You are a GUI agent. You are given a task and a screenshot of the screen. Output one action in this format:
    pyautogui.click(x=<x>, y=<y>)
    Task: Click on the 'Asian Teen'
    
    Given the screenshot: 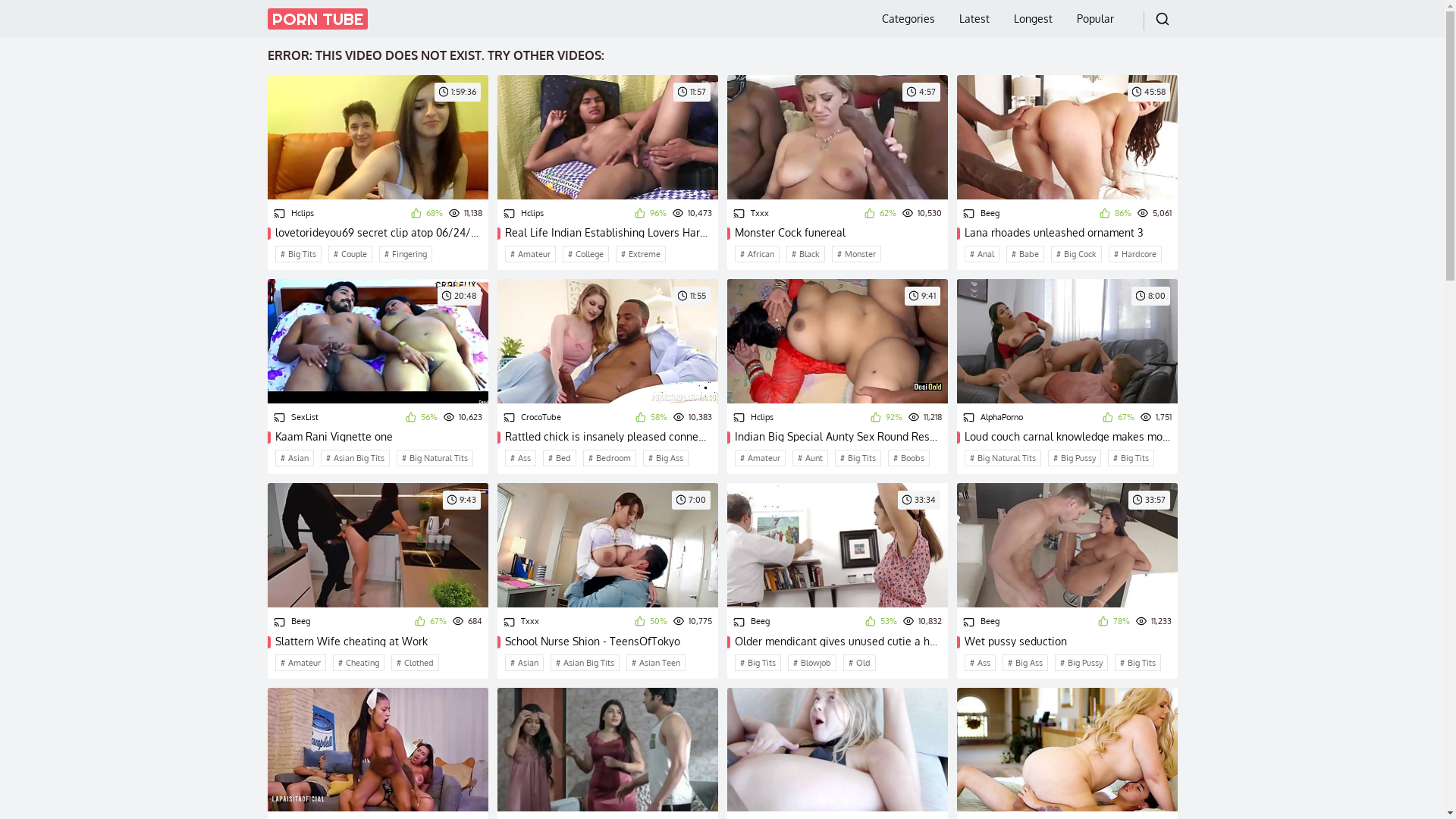 What is the action you would take?
    pyautogui.click(x=655, y=662)
    